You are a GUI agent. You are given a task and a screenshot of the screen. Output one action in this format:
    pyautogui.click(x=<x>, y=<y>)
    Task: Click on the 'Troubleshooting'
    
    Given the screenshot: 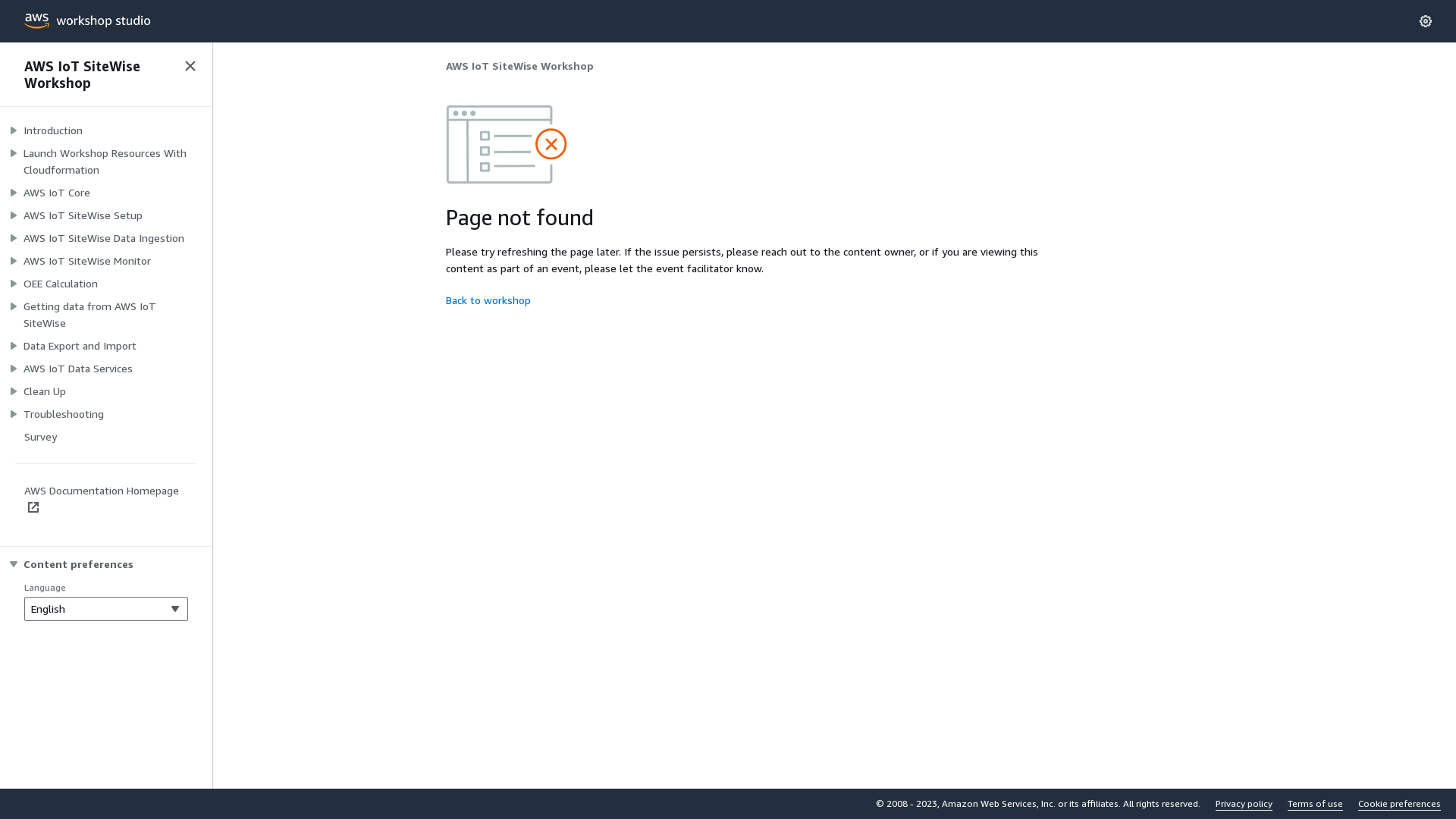 What is the action you would take?
    pyautogui.click(x=62, y=414)
    